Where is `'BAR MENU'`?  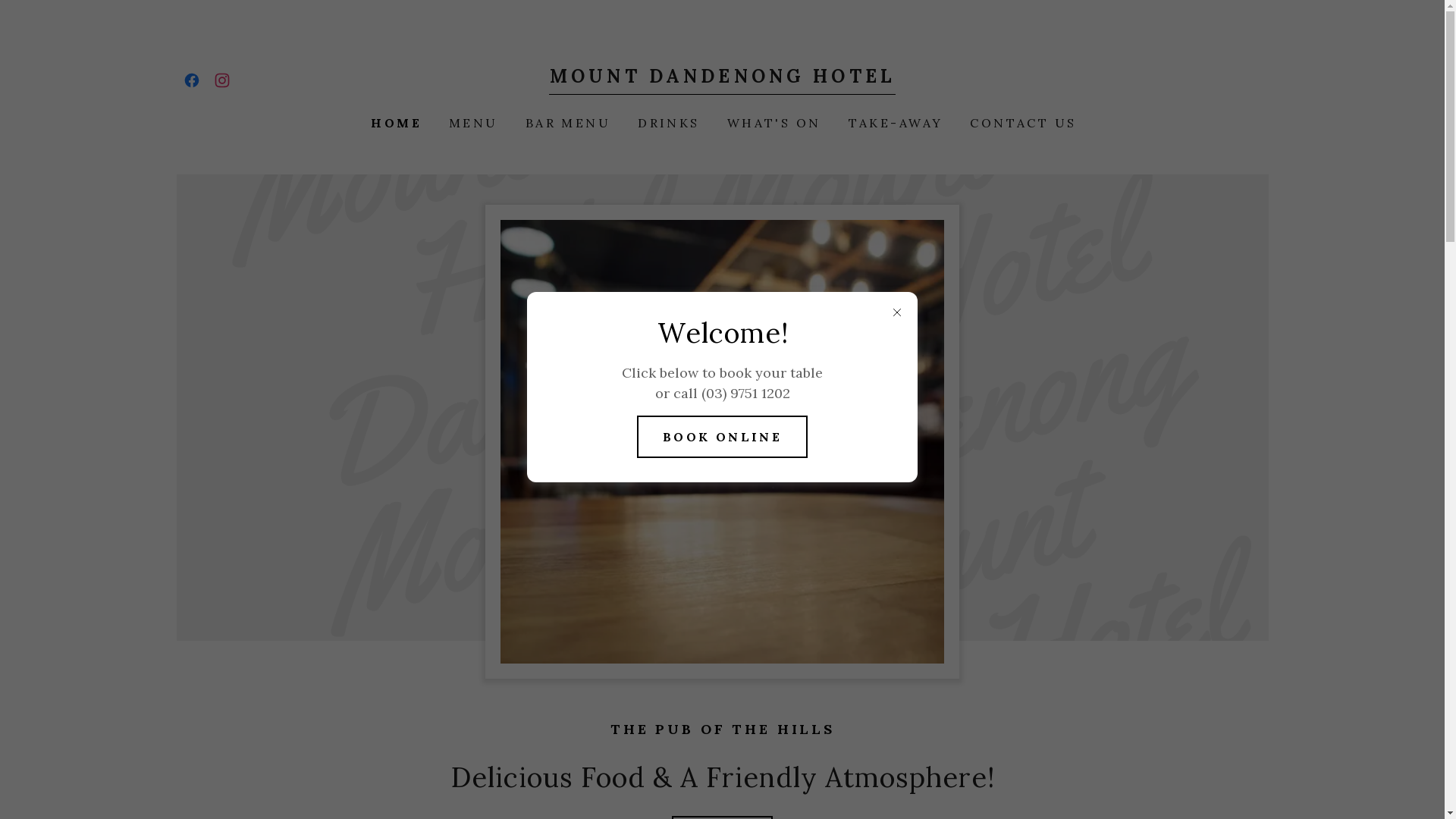
'BAR MENU' is located at coordinates (566, 122).